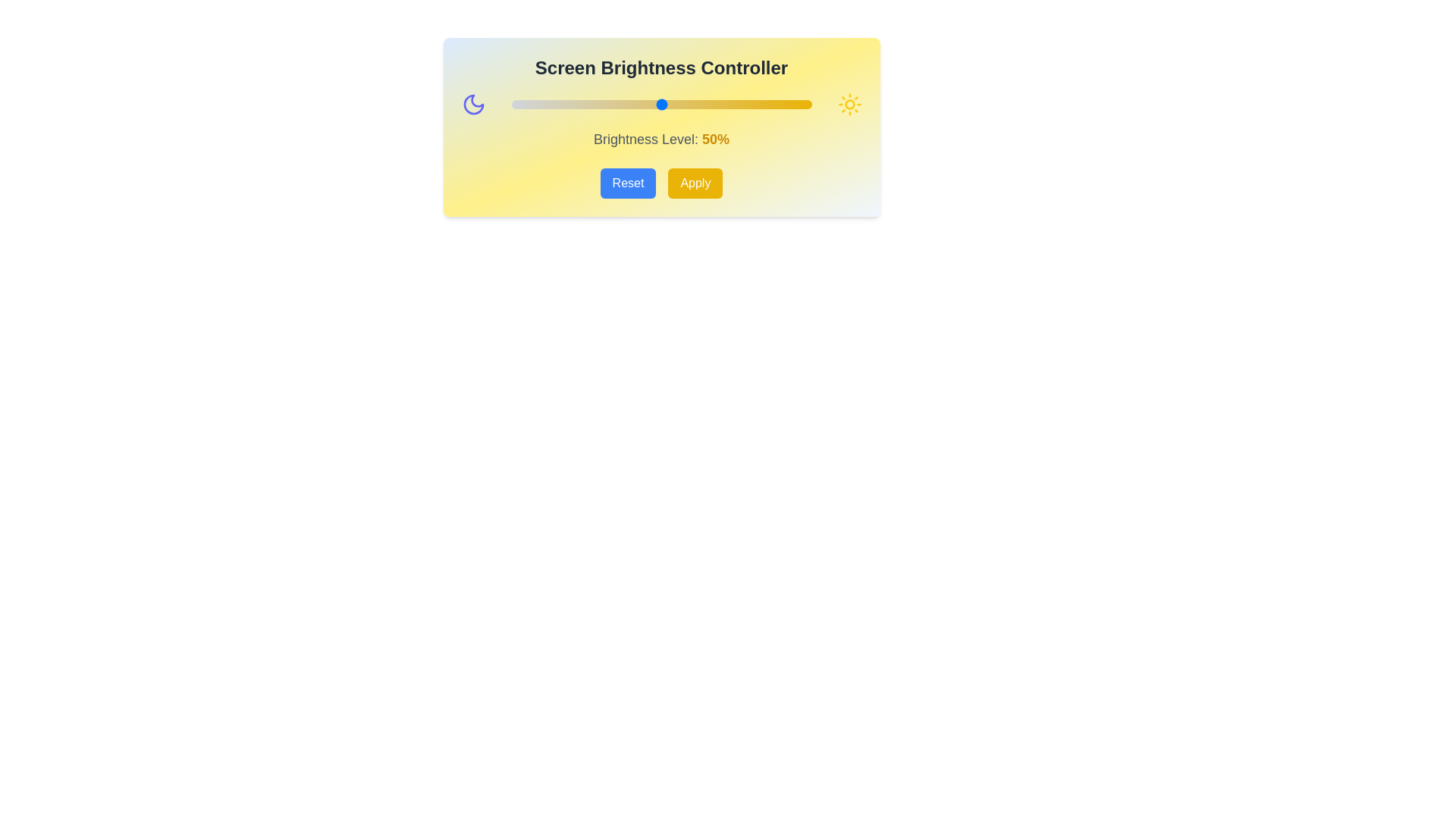  Describe the element at coordinates (472, 104) in the screenshot. I see `the moon icon to interact with it` at that location.